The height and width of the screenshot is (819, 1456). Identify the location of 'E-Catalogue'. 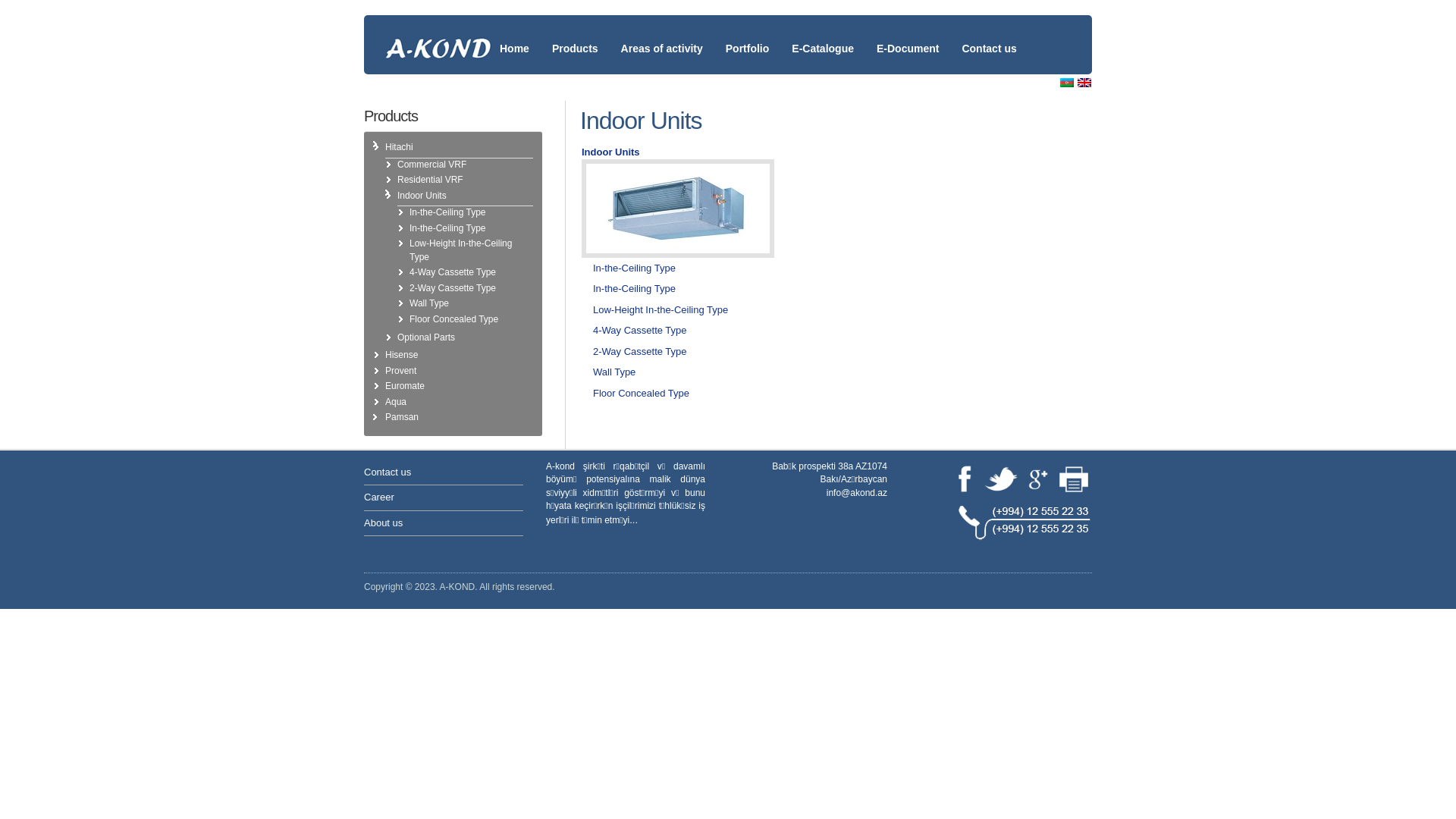
(821, 34).